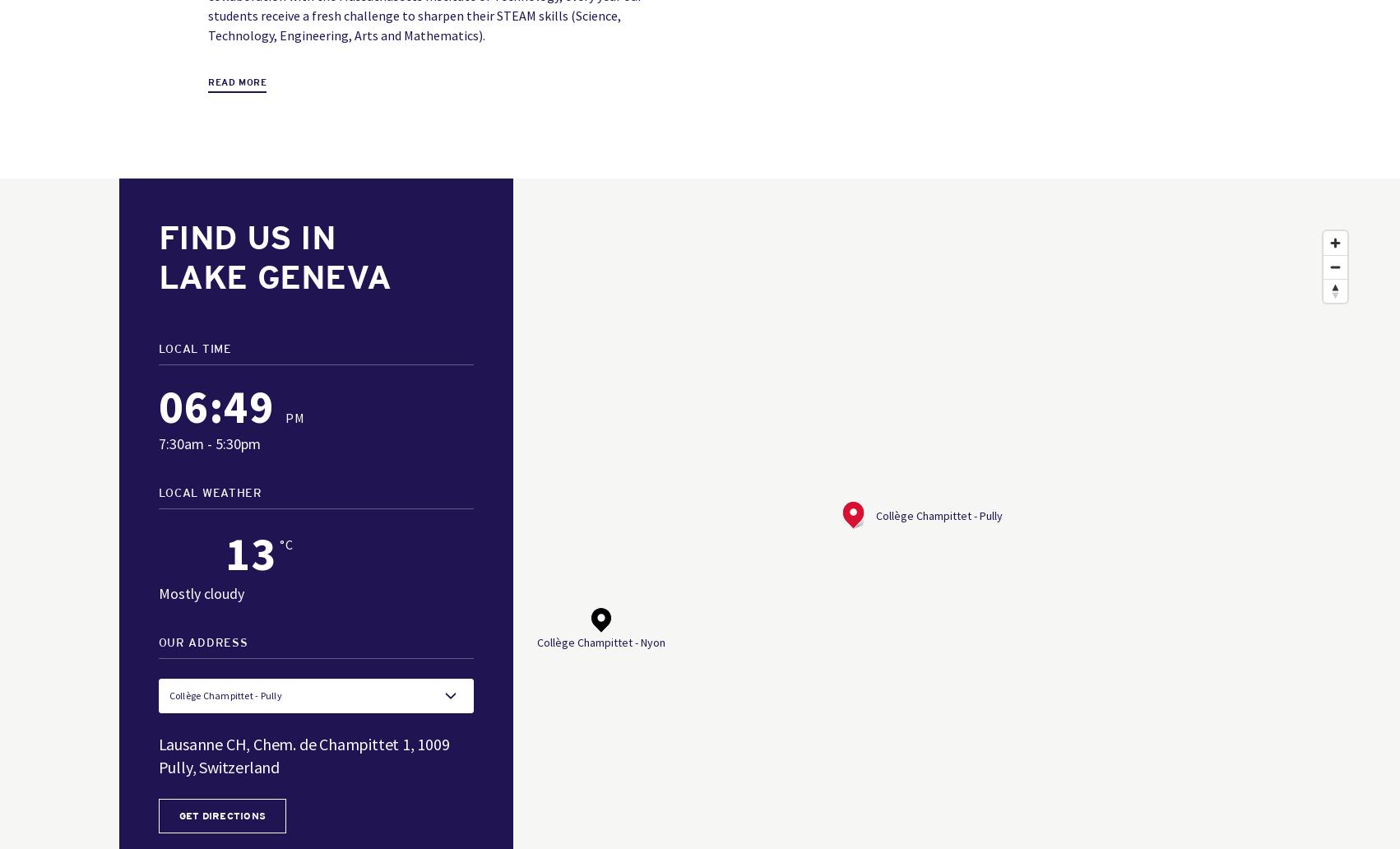 The width and height of the screenshot is (1400, 849). I want to click on 'Lake Geneva', so click(274, 276).